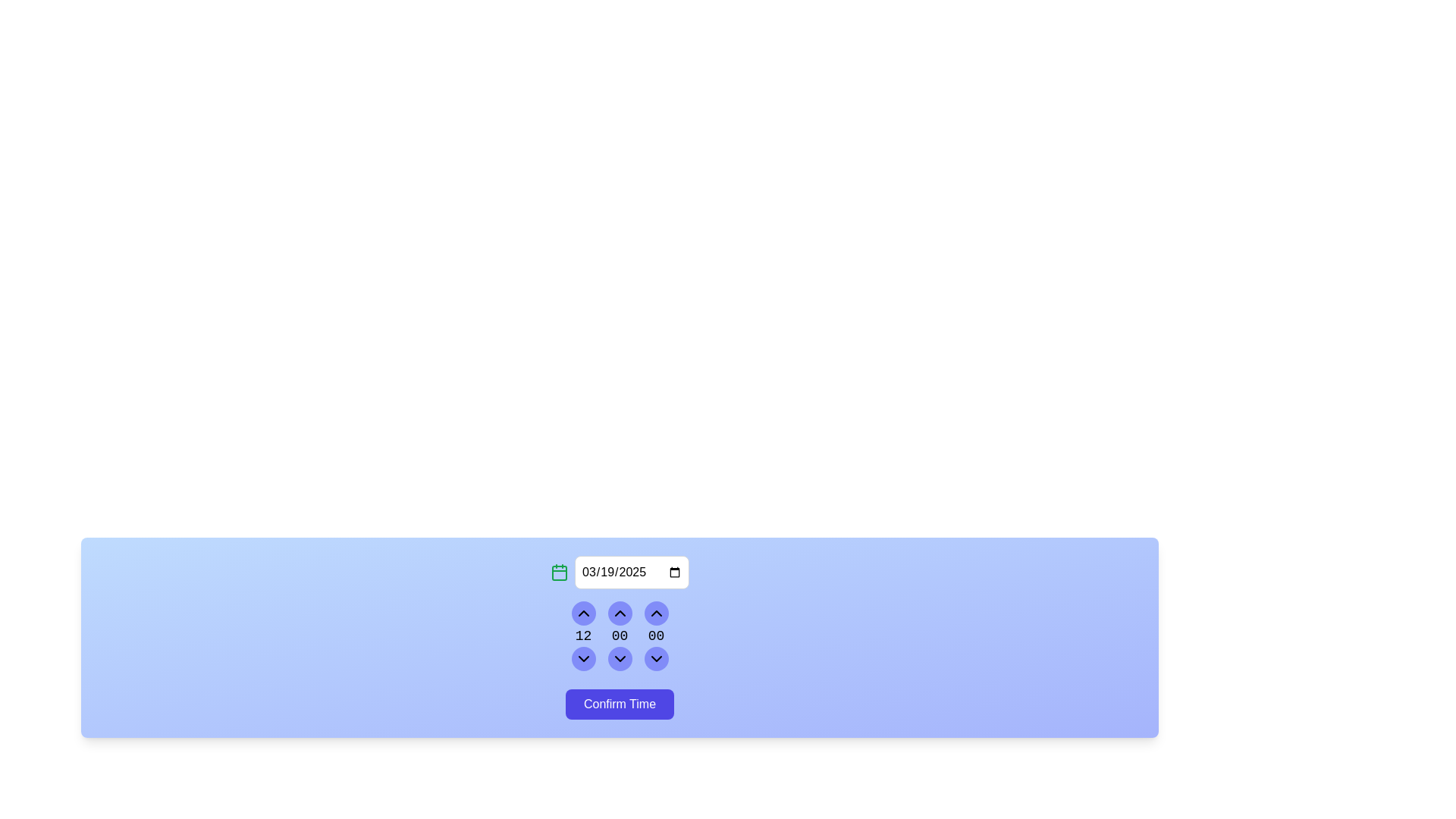 Image resolution: width=1456 pixels, height=819 pixels. Describe the element at coordinates (620, 657) in the screenshot. I see `the downward-pointing chevron icon button located below the minutes in the numeric time selector UI, which is styled with a light blue circular background and a black stroke icon` at that location.